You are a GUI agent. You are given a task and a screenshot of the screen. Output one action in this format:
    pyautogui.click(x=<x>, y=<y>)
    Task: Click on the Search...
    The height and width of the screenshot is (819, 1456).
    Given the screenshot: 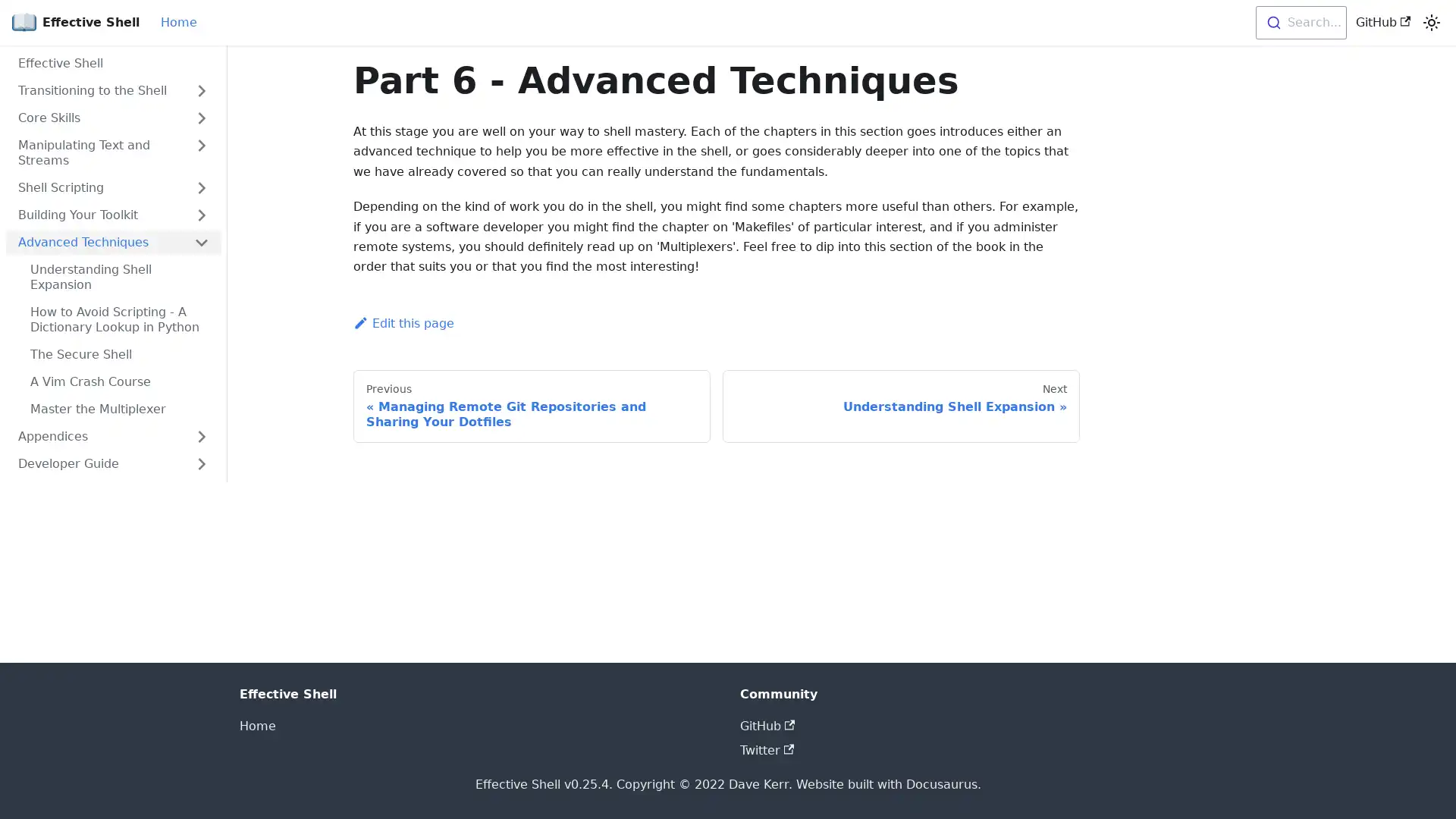 What is the action you would take?
    pyautogui.click(x=1299, y=23)
    